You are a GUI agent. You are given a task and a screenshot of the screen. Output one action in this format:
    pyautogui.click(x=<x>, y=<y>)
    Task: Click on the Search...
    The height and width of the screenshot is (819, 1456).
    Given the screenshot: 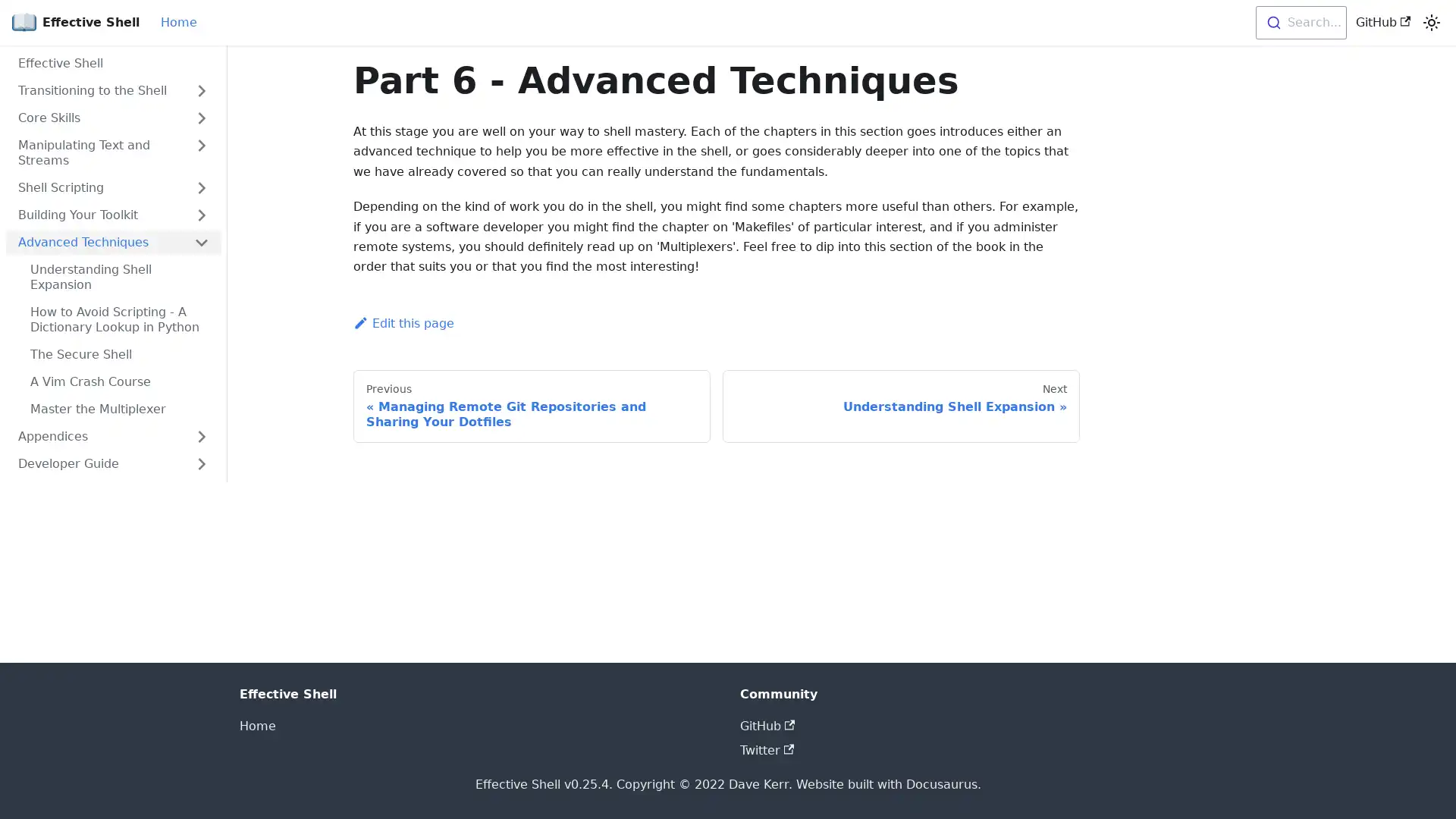 What is the action you would take?
    pyautogui.click(x=1299, y=23)
    